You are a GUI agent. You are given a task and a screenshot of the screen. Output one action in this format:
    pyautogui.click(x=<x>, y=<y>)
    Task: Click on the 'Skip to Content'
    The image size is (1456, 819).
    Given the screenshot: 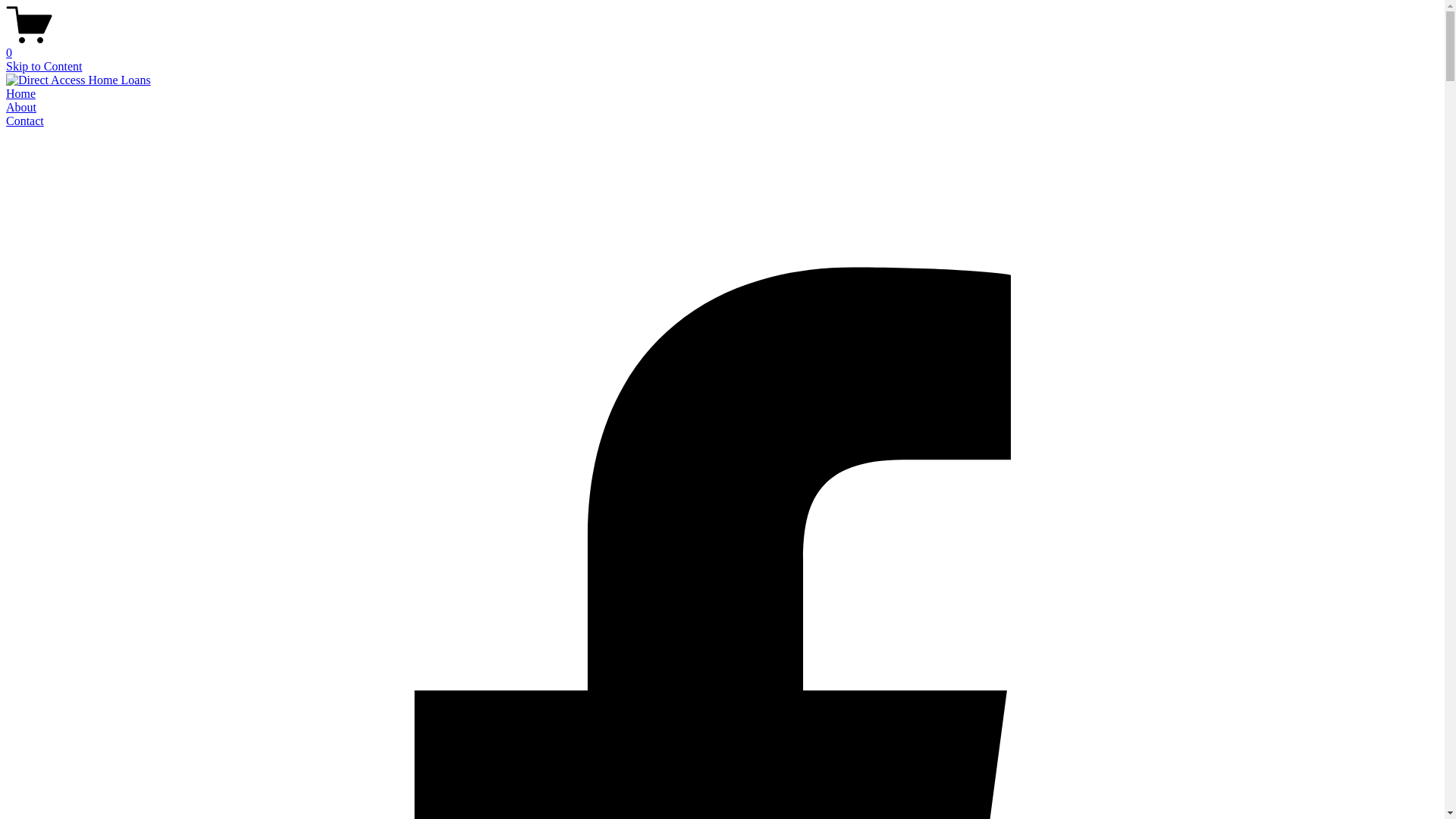 What is the action you would take?
    pyautogui.click(x=43, y=65)
    